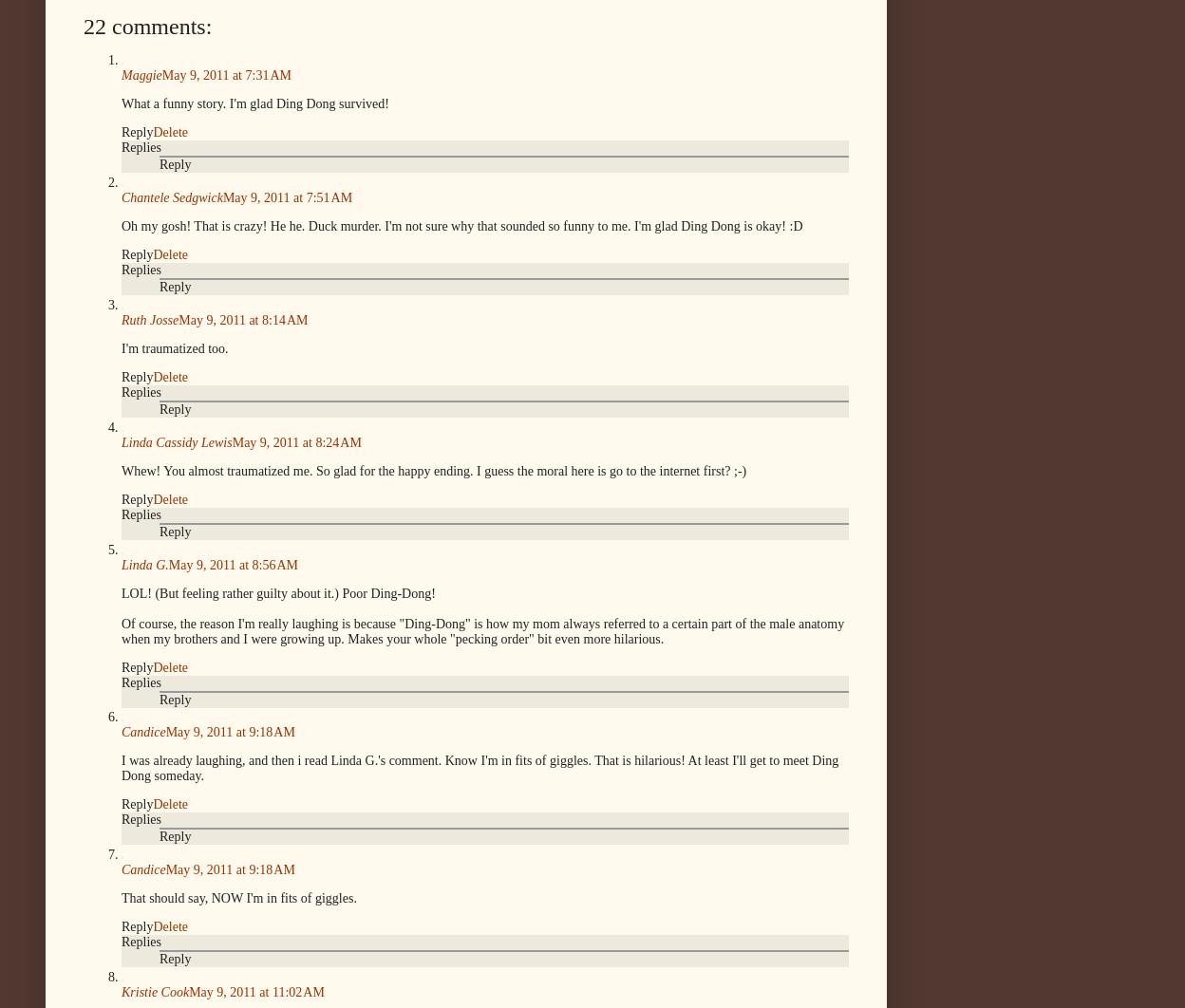 Image resolution: width=1185 pixels, height=1008 pixels. What do you see at coordinates (122, 319) in the screenshot?
I see `'Ruth Josse'` at bounding box center [122, 319].